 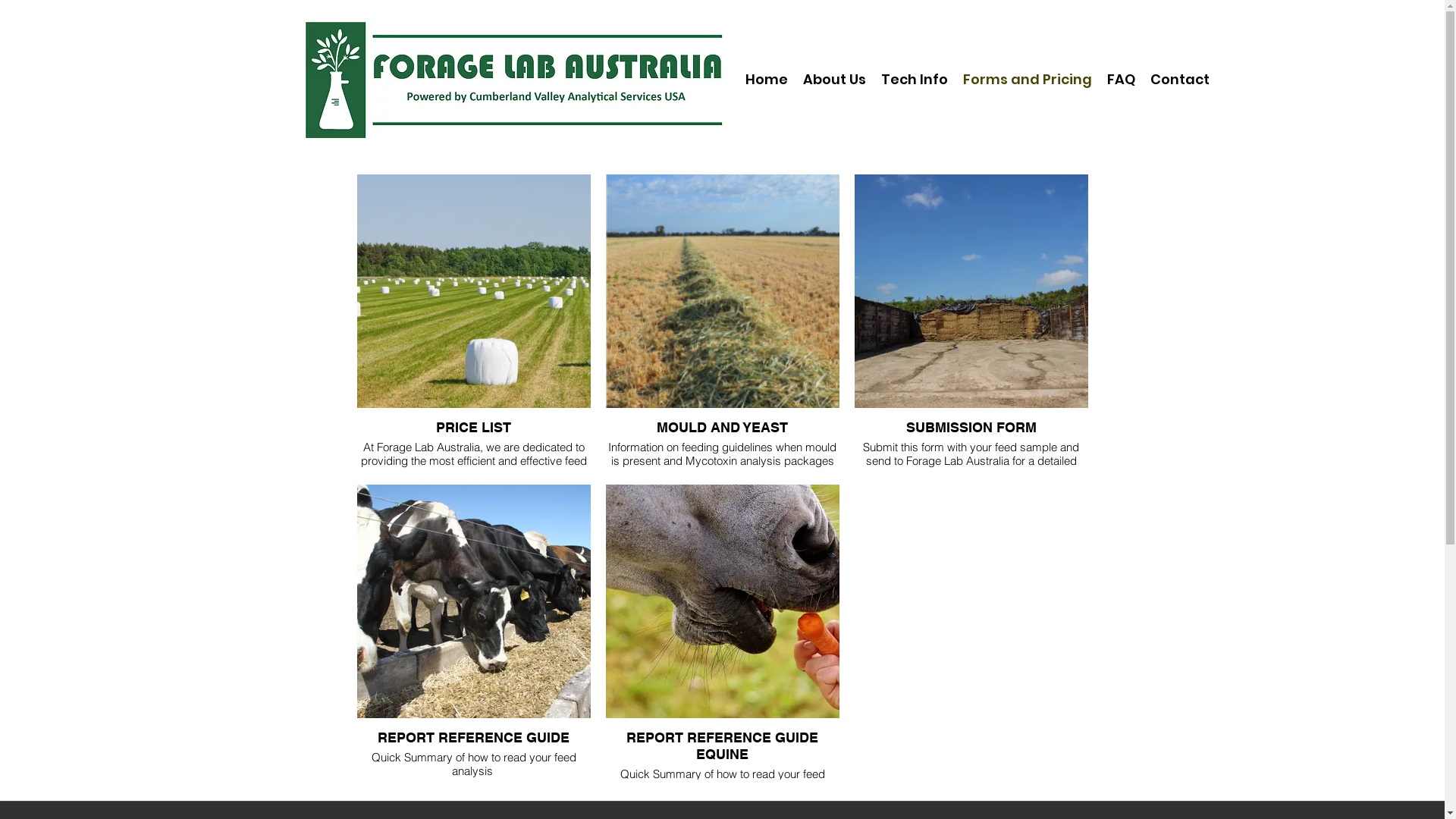 I want to click on 'FAQ', so click(x=1121, y=79).